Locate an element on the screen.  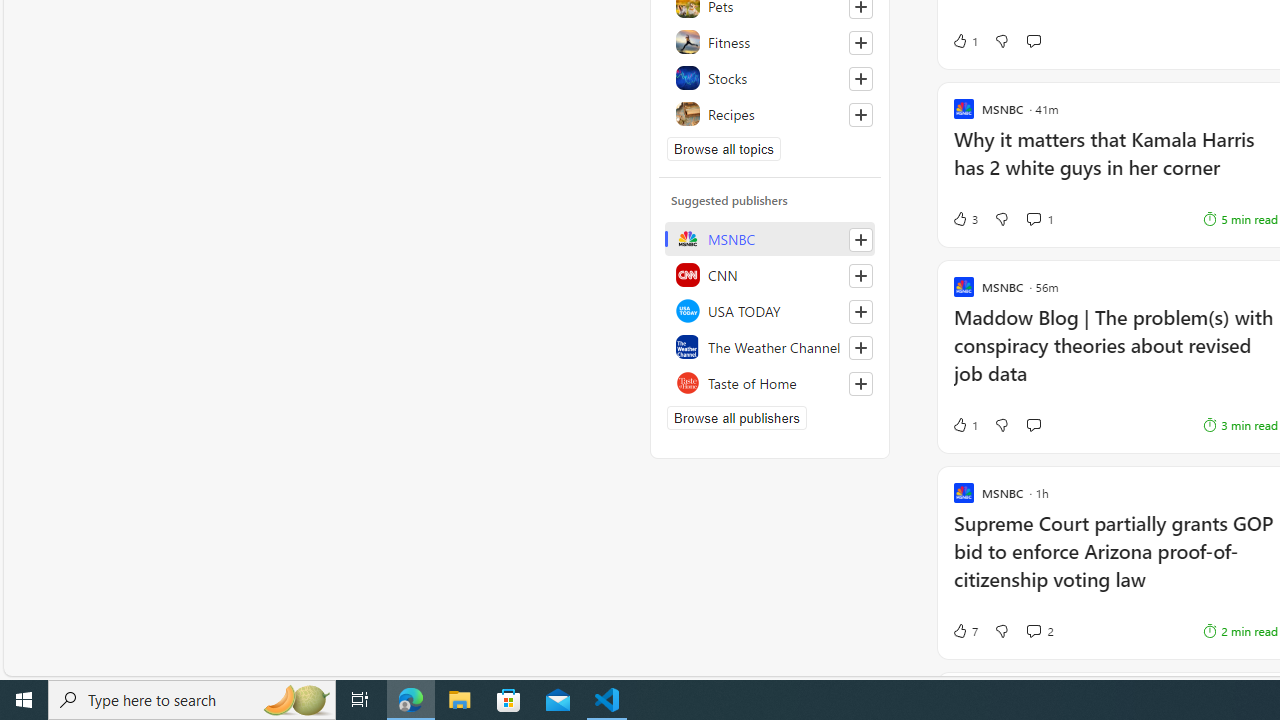
'1 Like' is located at coordinates (964, 424).